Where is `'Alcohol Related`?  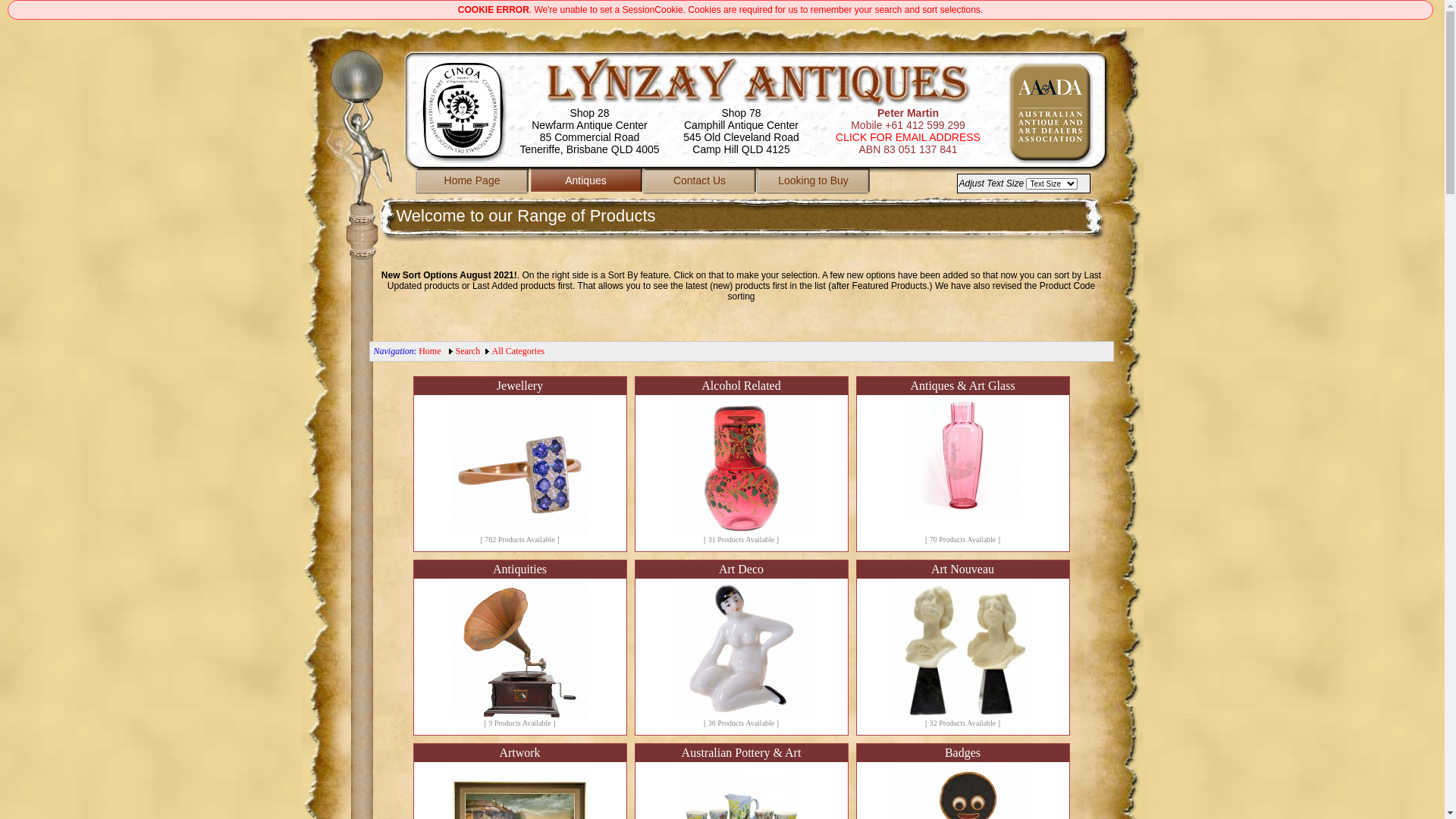 'Alcohol Related is located at coordinates (741, 463).